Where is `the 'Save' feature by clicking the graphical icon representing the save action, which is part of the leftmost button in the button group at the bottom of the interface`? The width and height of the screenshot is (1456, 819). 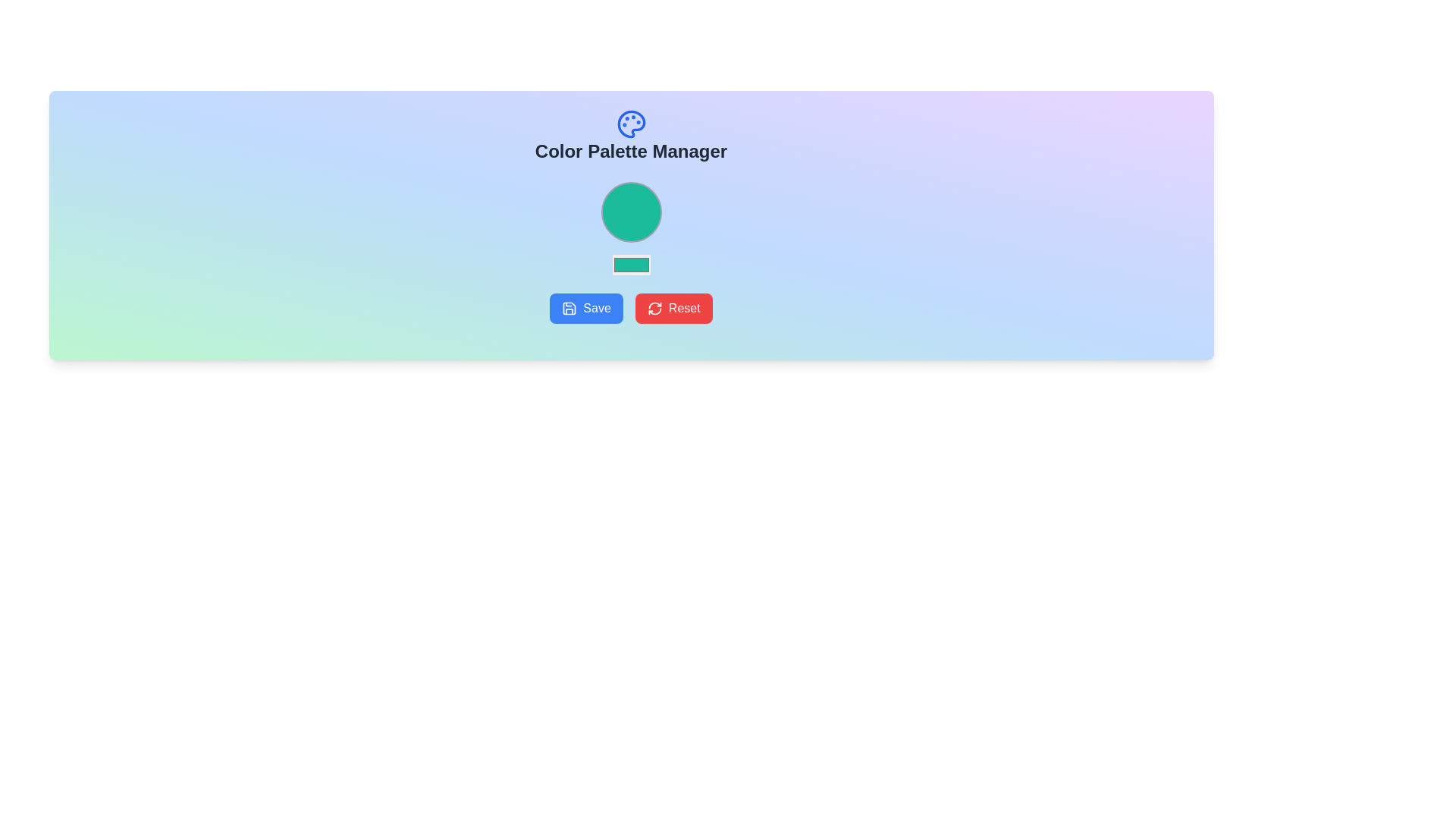
the 'Save' feature by clicking the graphical icon representing the save action, which is part of the leftmost button in the button group at the bottom of the interface is located at coordinates (569, 308).